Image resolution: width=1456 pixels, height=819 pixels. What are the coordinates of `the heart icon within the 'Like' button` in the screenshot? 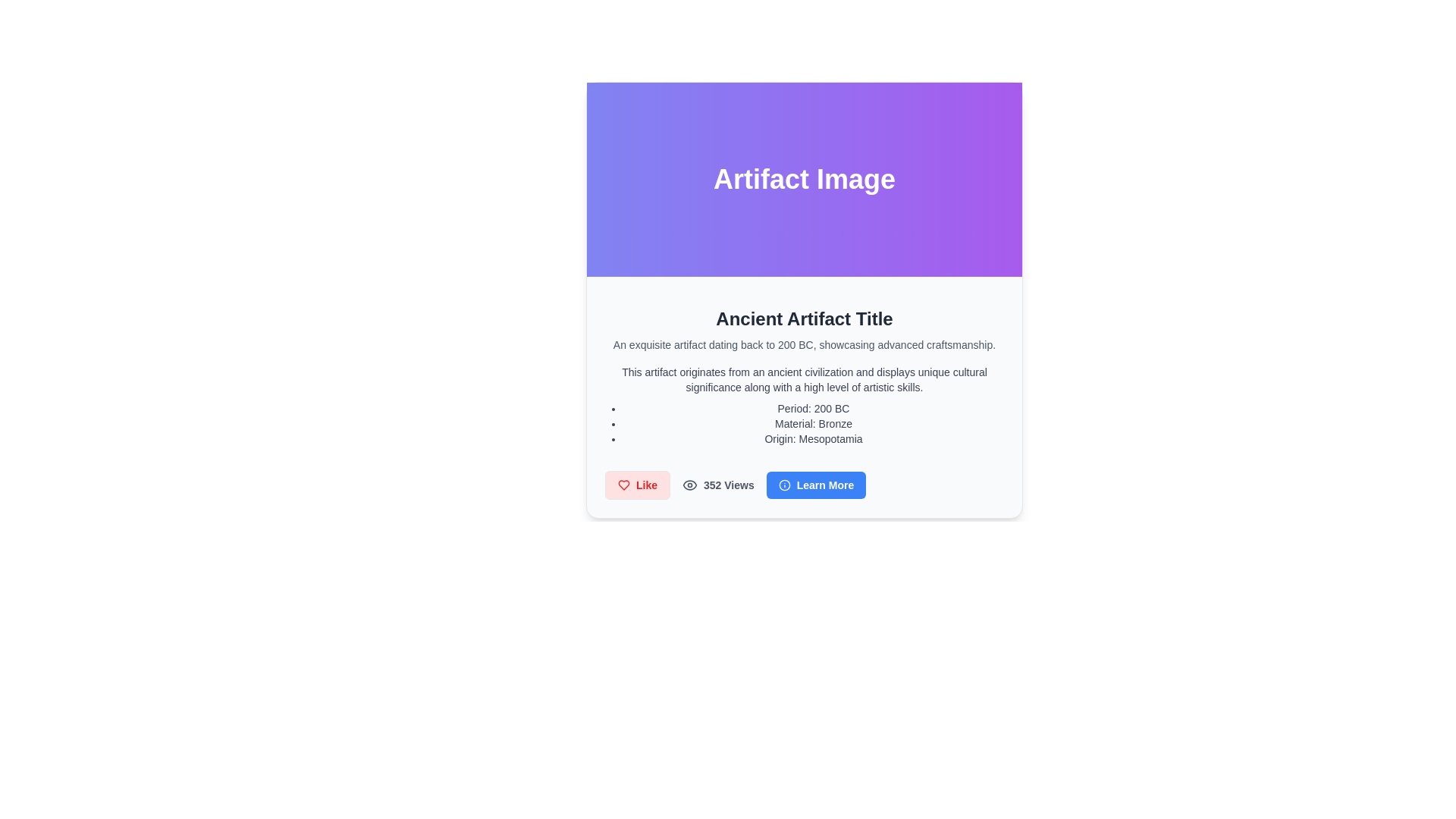 It's located at (623, 485).